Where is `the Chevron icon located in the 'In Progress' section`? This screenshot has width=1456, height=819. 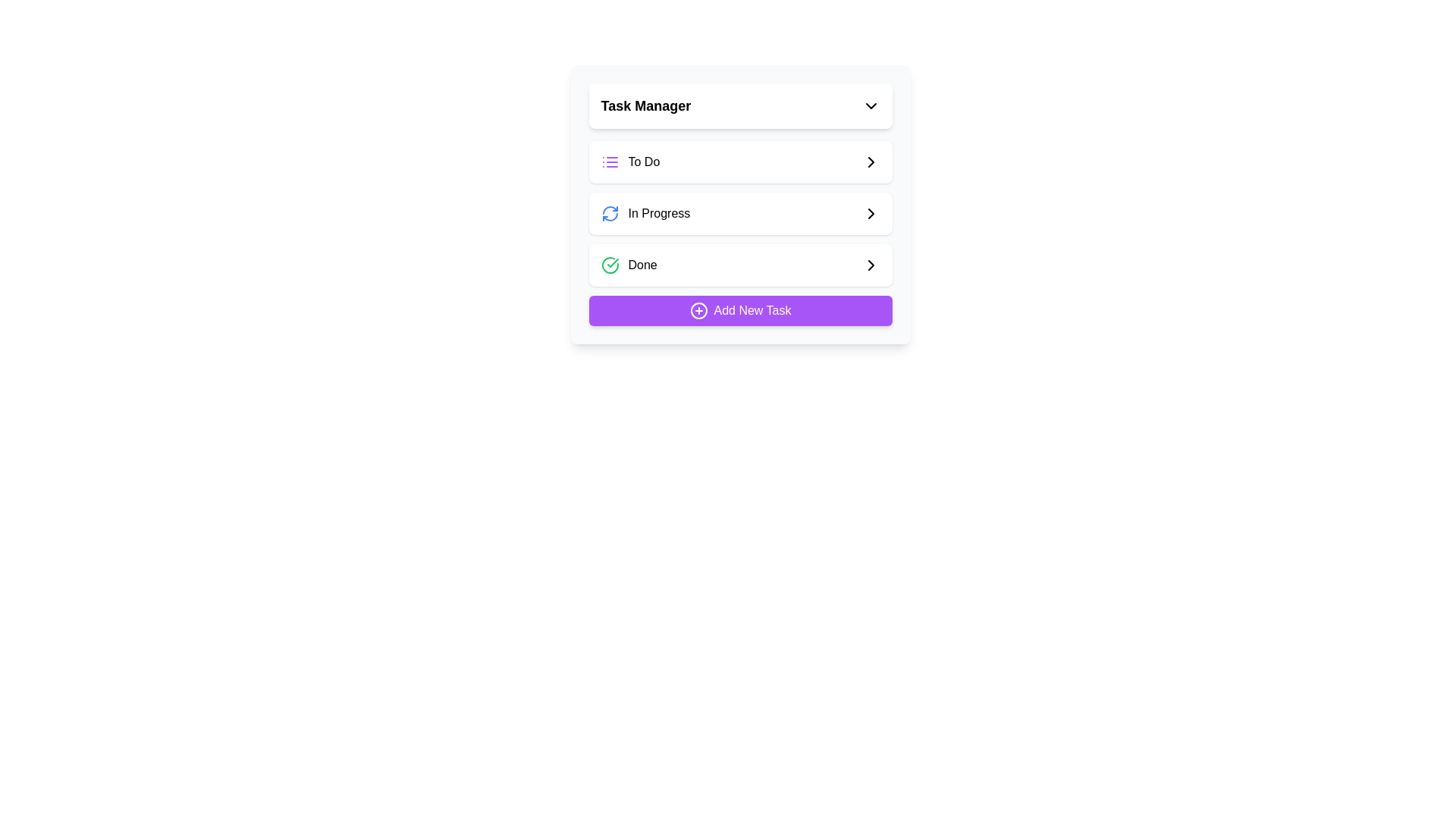 the Chevron icon located in the 'In Progress' section is located at coordinates (871, 213).